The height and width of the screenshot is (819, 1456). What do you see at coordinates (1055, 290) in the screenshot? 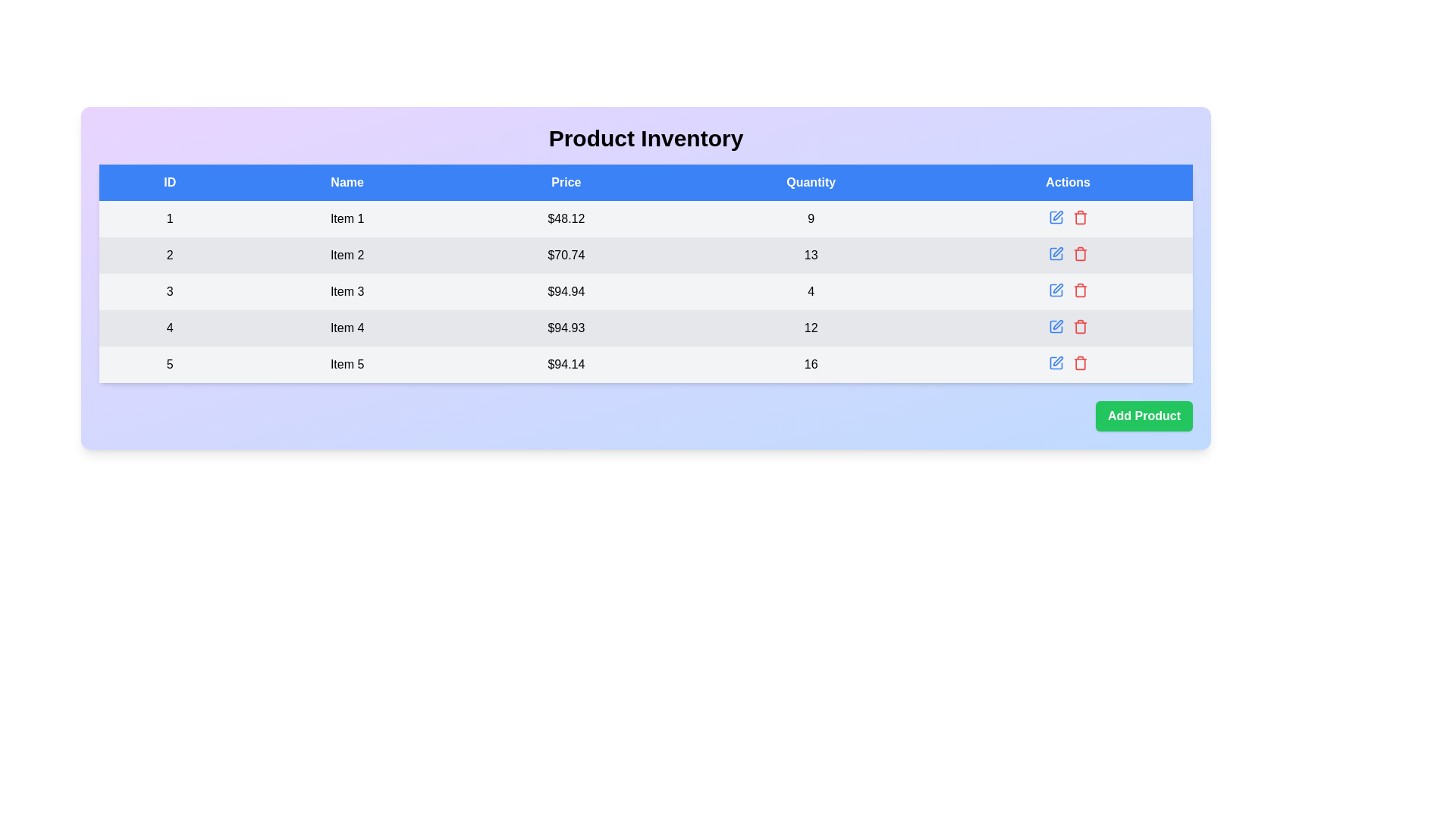
I see `the SVG graphic icon in the 'Actions' column of the fourth row of the table, which represents an editing action, located slightly left of the trash icon` at bounding box center [1055, 290].